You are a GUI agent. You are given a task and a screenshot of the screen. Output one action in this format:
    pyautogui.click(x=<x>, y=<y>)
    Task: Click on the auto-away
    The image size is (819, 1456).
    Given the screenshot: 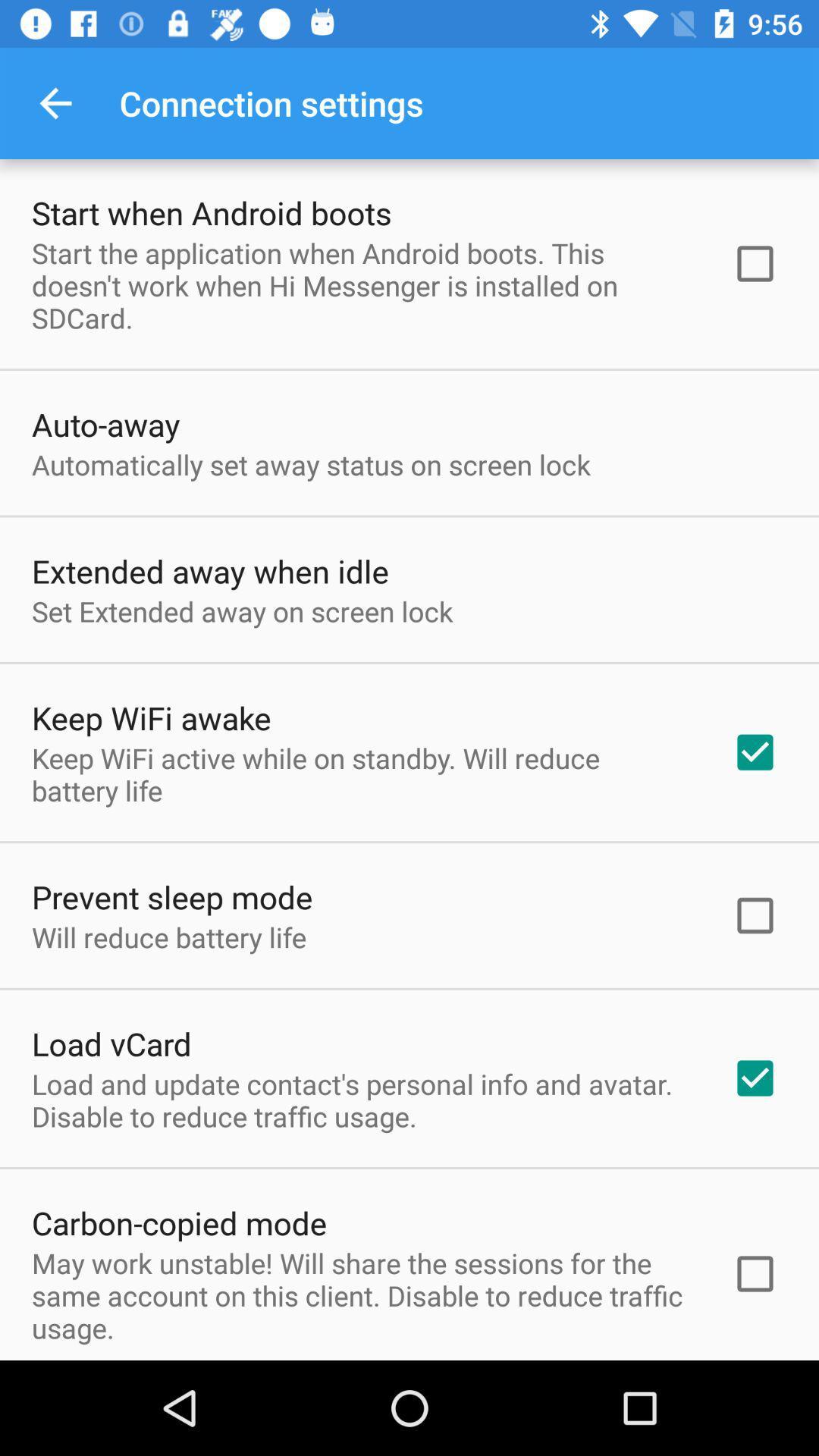 What is the action you would take?
    pyautogui.click(x=105, y=424)
    